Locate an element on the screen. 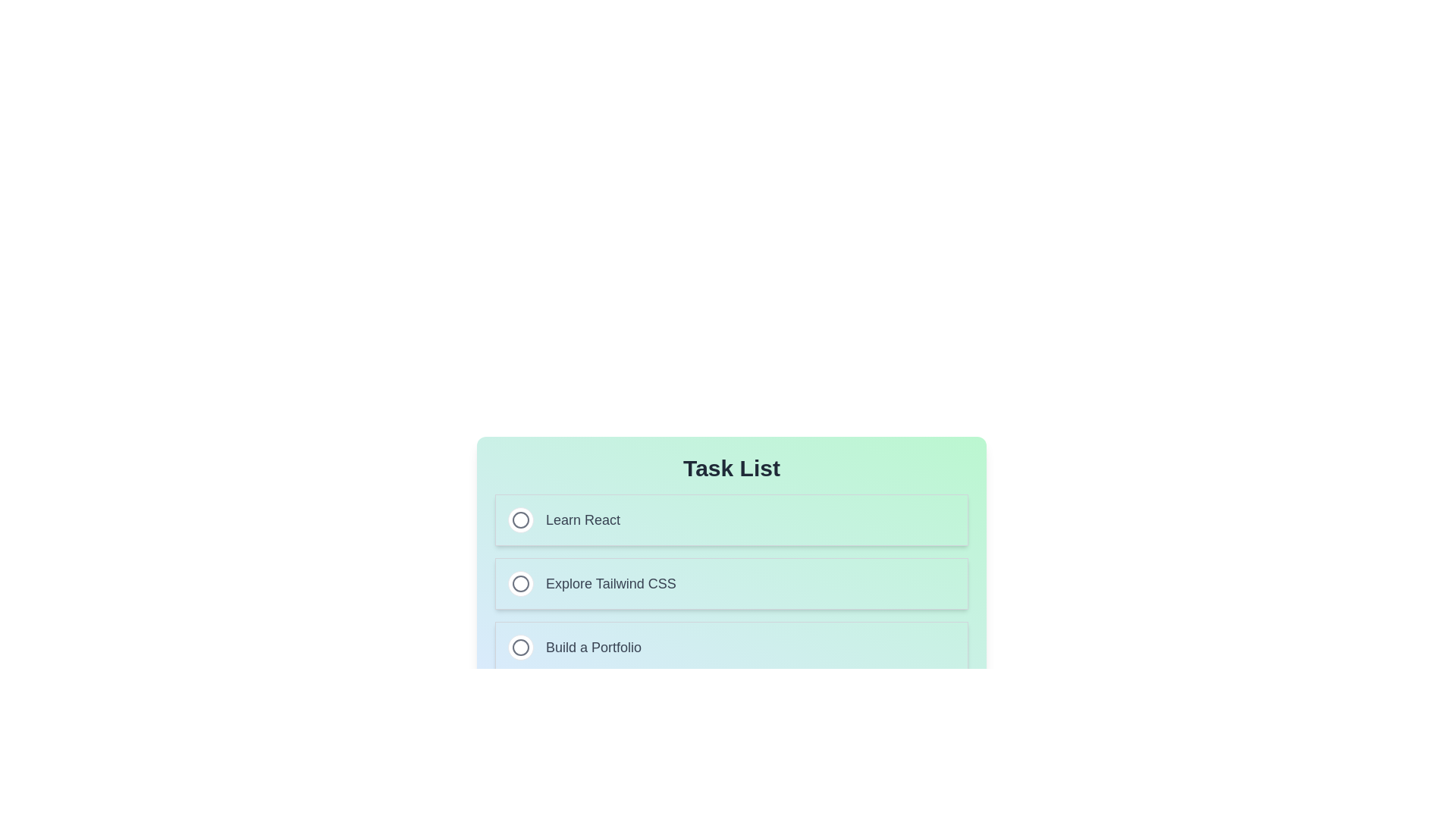 The image size is (1456, 819). the second circular SVG element in the vertical list of radio buttons is located at coordinates (520, 583).